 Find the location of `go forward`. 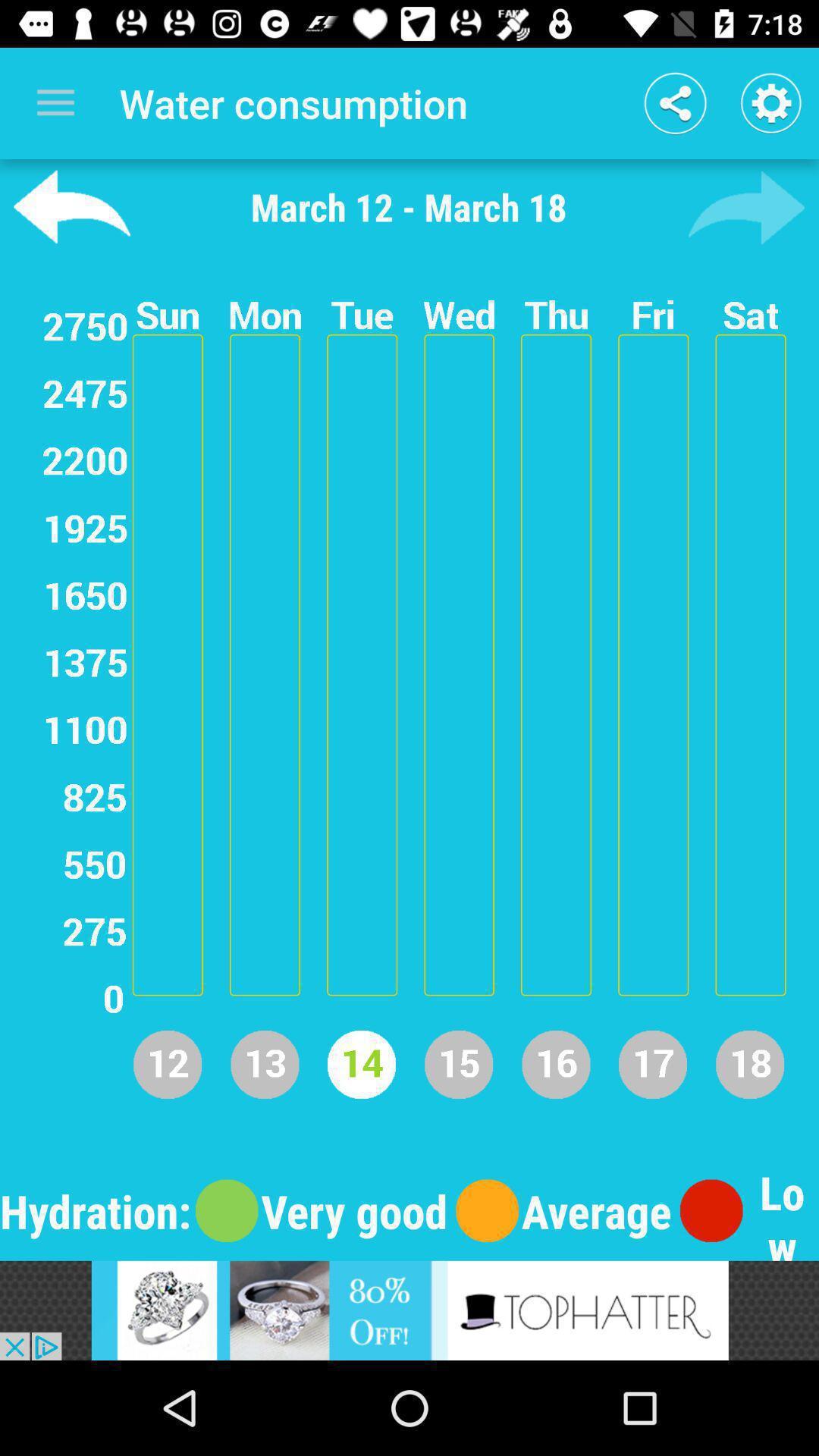

go forward is located at coordinates (745, 206).